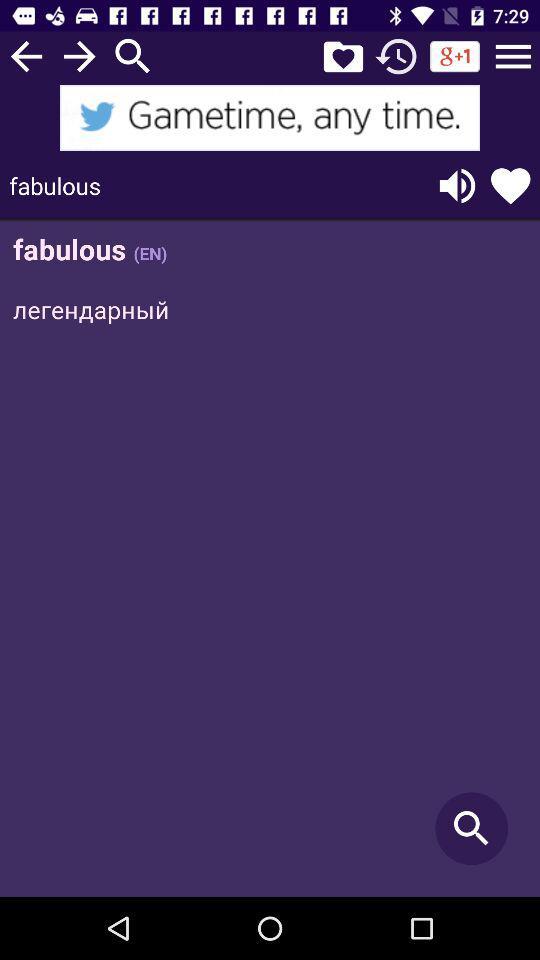 This screenshot has width=540, height=960. Describe the element at coordinates (510, 185) in the screenshot. I see `the favorite icon` at that location.